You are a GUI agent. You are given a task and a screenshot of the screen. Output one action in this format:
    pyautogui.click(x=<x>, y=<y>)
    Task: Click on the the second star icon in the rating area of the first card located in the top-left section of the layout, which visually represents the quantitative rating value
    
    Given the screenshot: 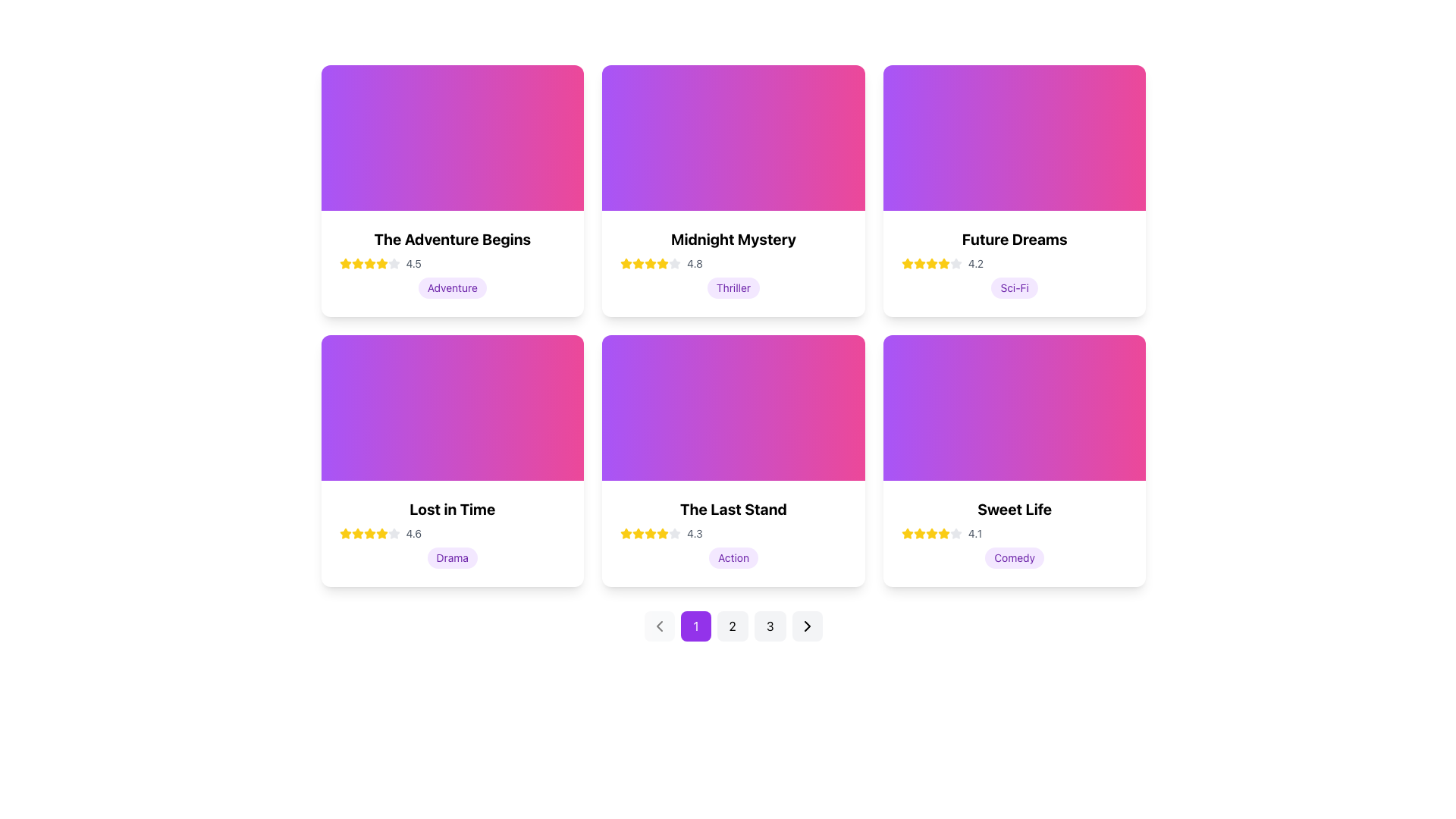 What is the action you would take?
    pyautogui.click(x=369, y=262)
    